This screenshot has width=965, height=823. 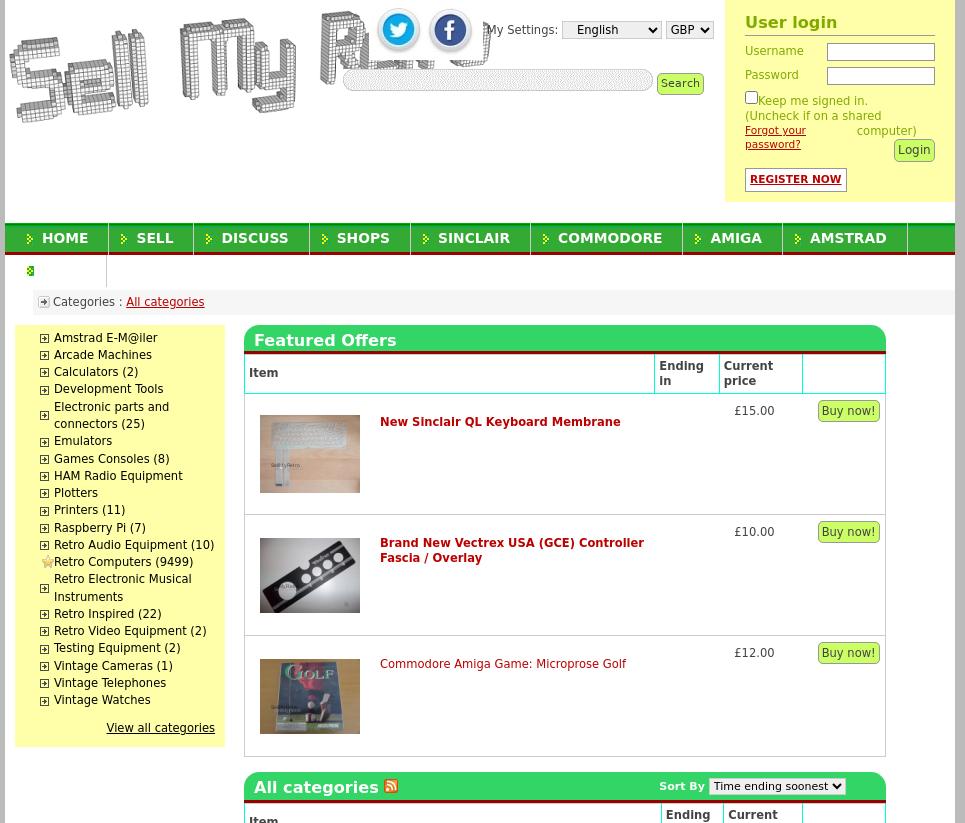 I want to click on 'Register now', so click(x=795, y=177).